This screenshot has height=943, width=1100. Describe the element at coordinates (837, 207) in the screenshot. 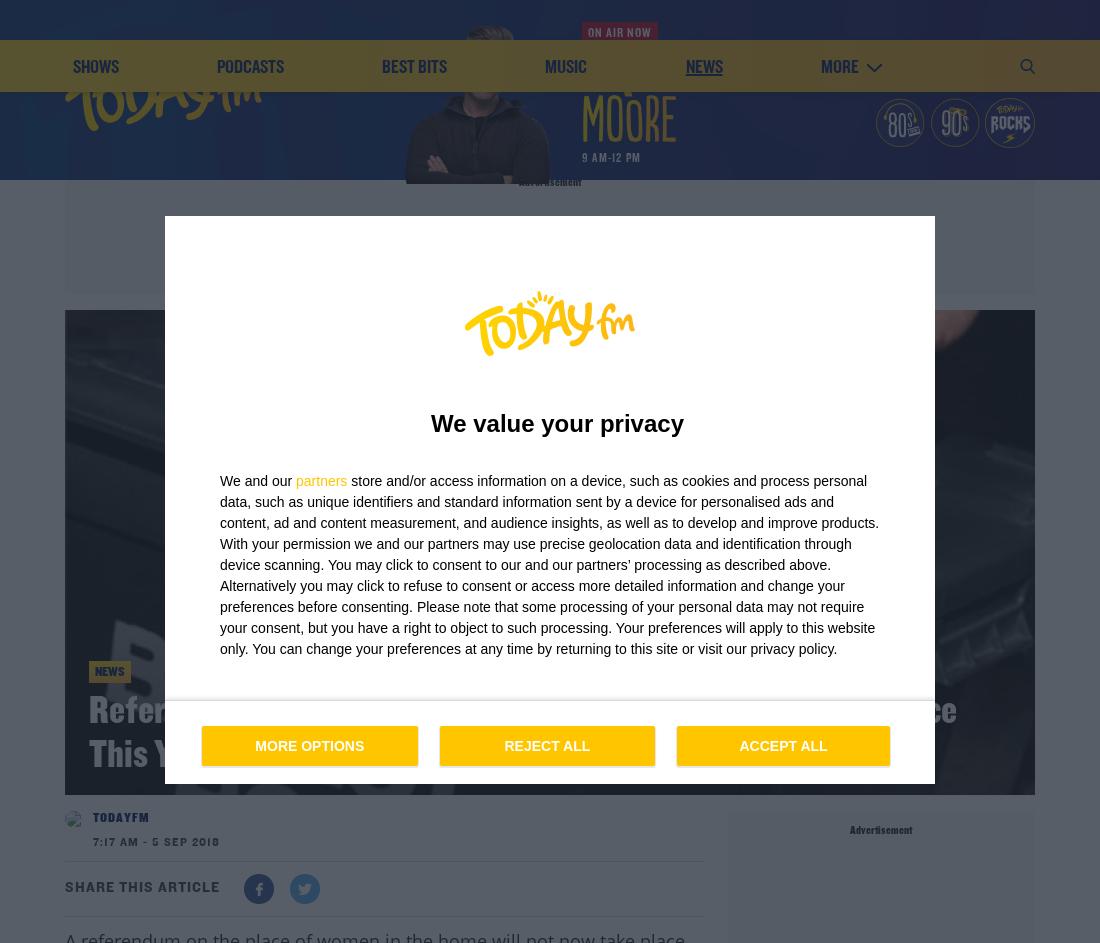

I see `'more'` at that location.